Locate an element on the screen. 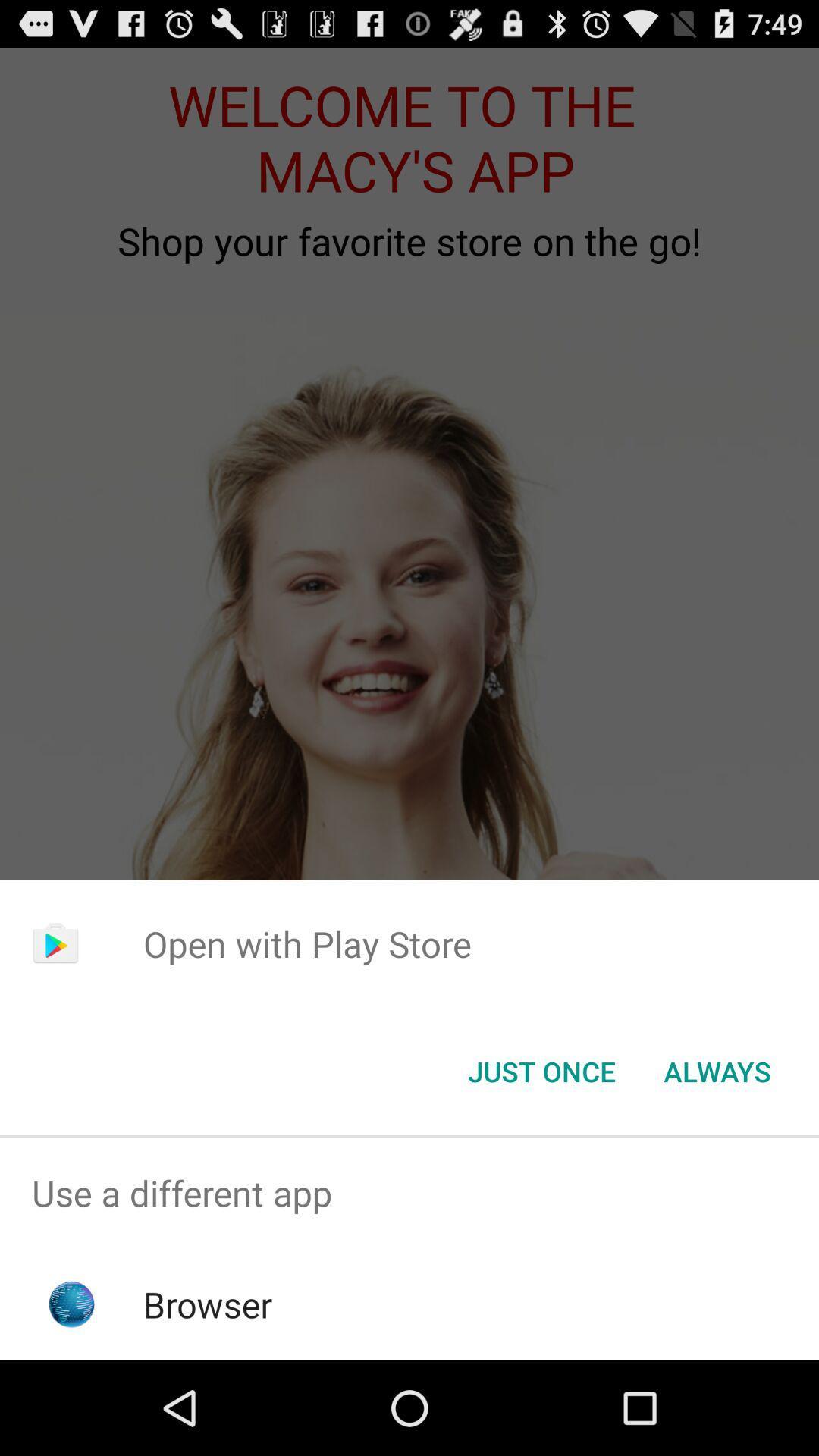  the browser is located at coordinates (208, 1304).